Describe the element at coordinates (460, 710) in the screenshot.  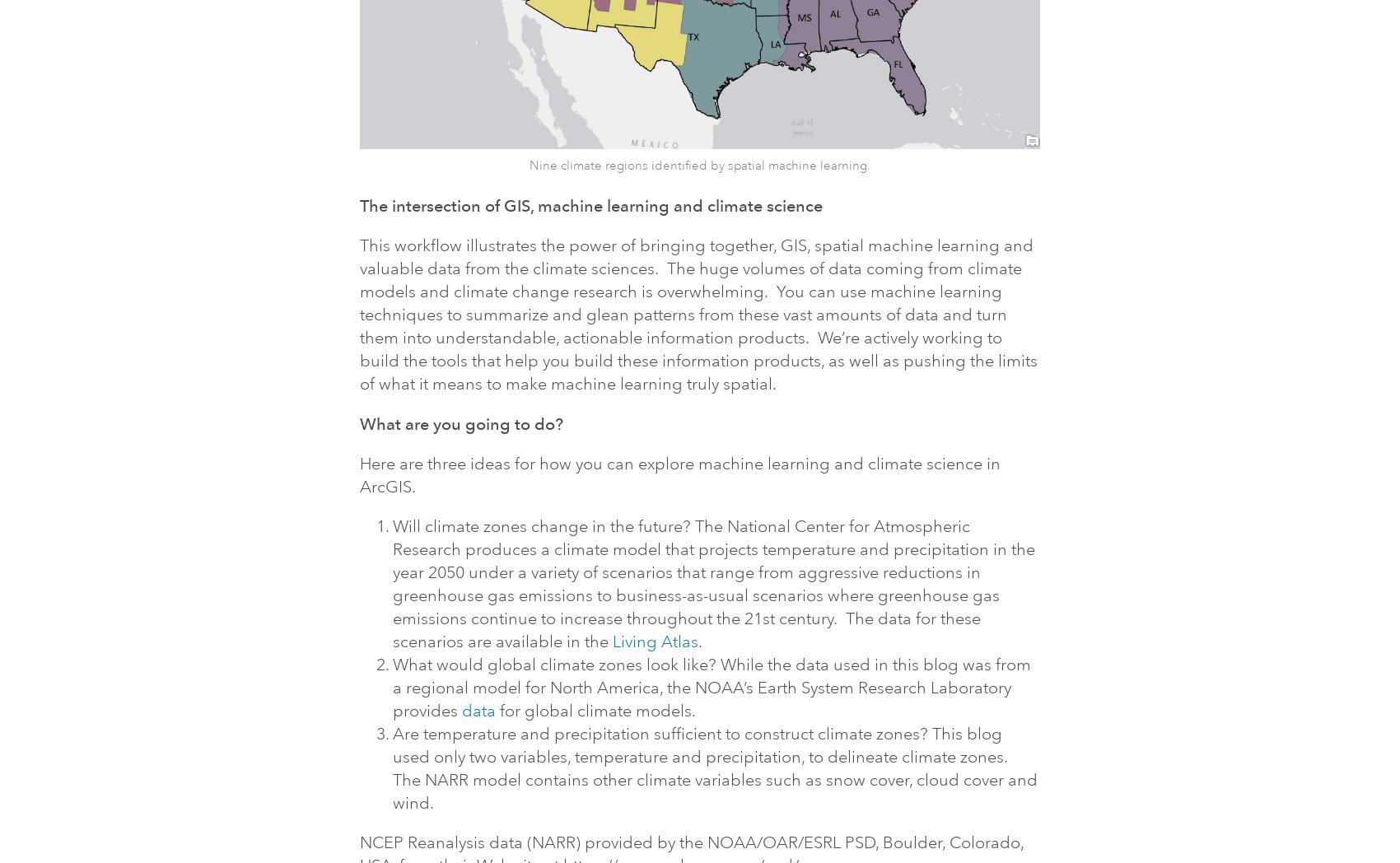
I see `'data'` at that location.